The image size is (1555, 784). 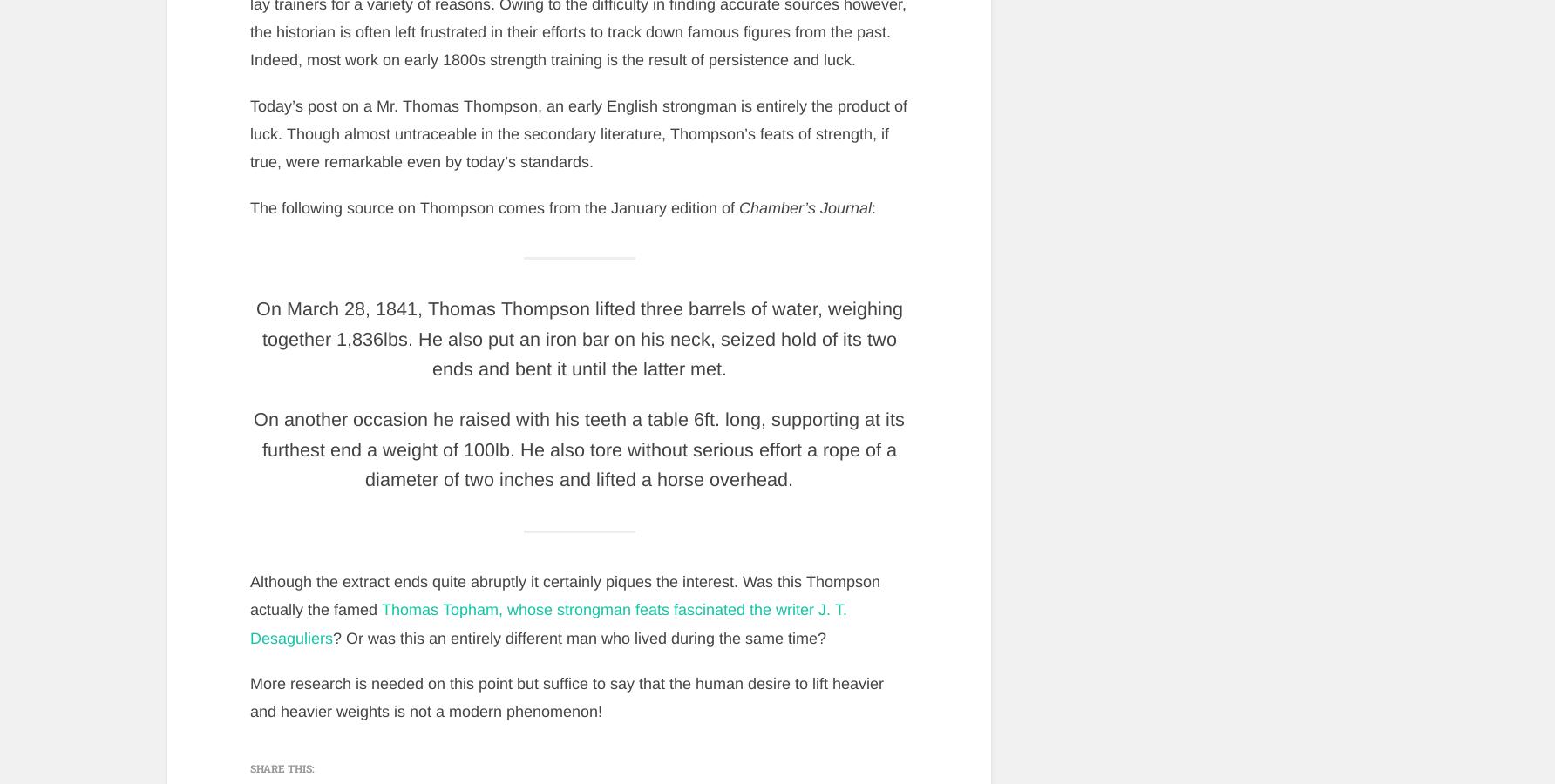 I want to click on 'Although the extract ends quite abruptly it certainly piques the interest. Was this Thompson actually the famed', so click(x=563, y=595).